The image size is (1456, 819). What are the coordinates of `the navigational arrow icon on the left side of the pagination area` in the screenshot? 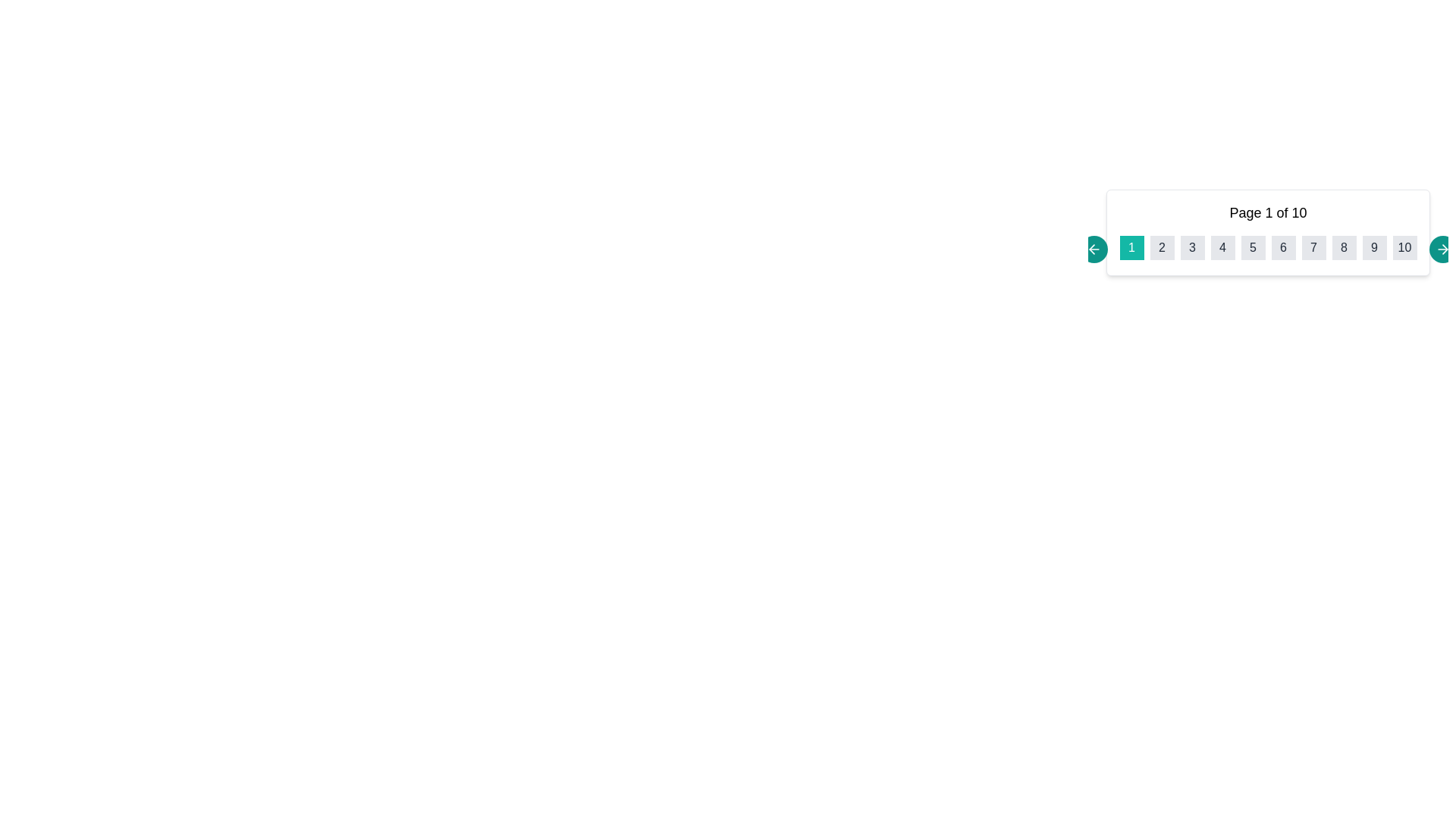 It's located at (1090, 248).